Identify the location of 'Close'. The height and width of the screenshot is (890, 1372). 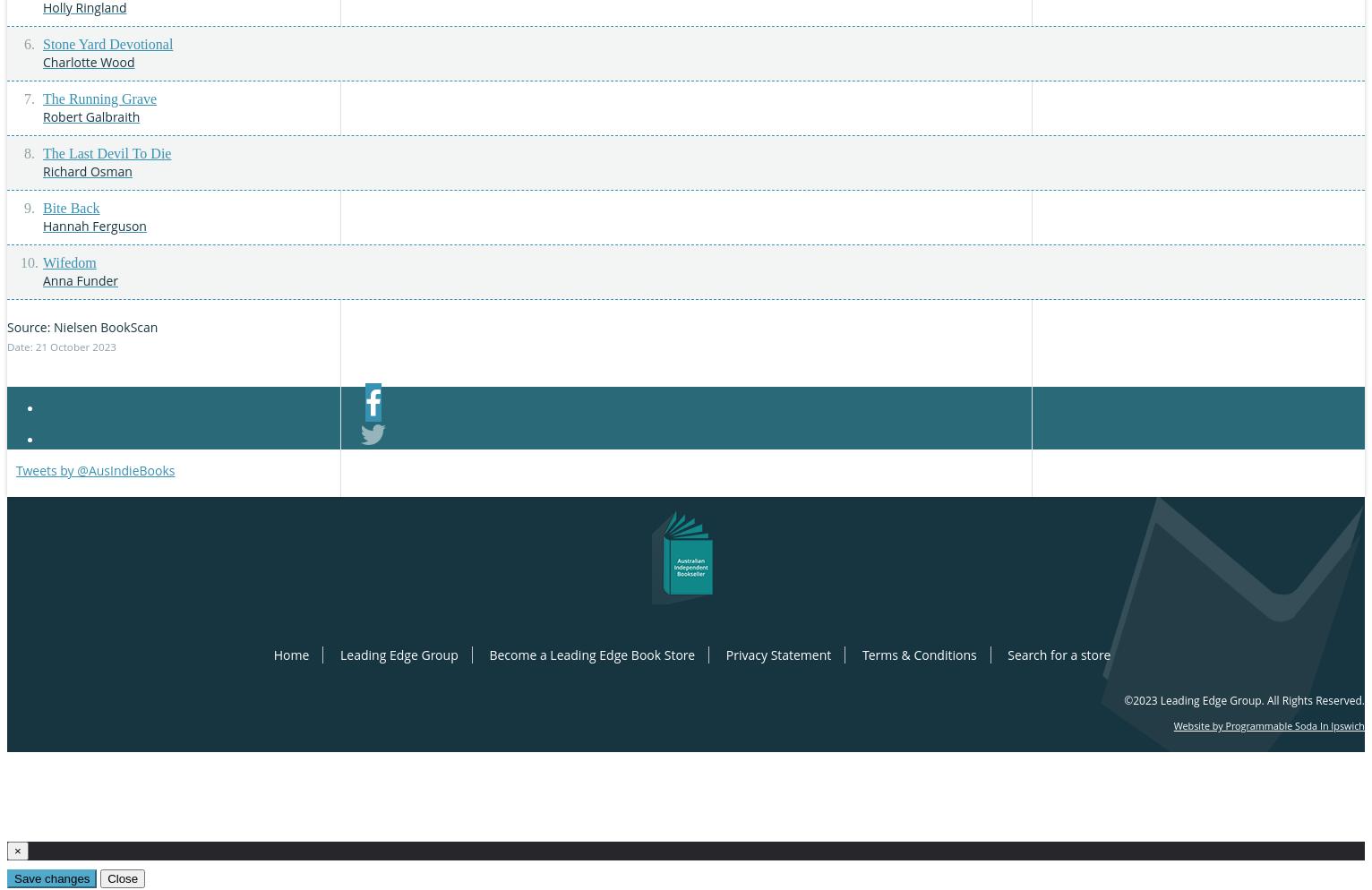
(121, 877).